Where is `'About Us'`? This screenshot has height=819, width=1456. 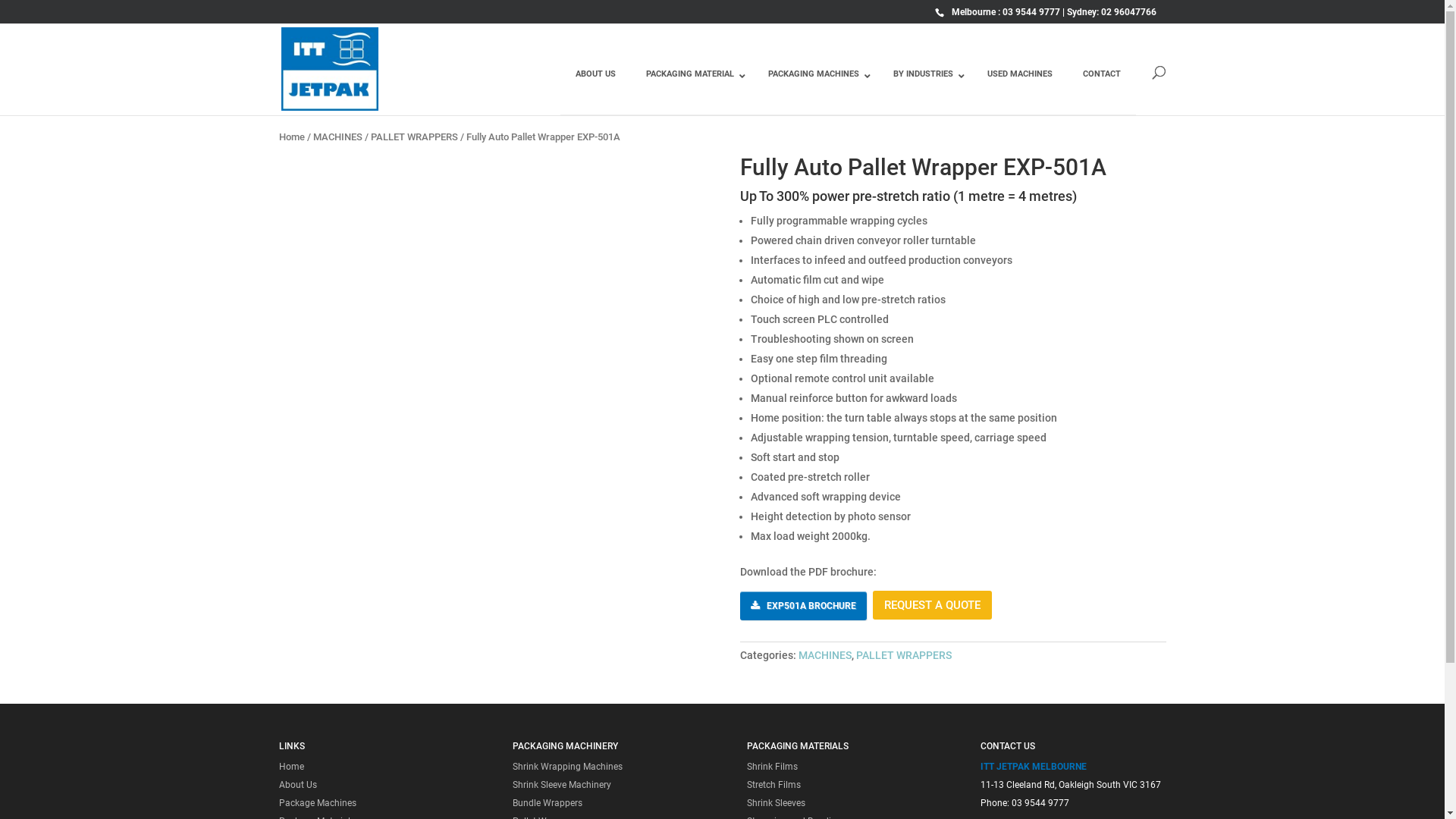
'About Us' is located at coordinates (298, 784).